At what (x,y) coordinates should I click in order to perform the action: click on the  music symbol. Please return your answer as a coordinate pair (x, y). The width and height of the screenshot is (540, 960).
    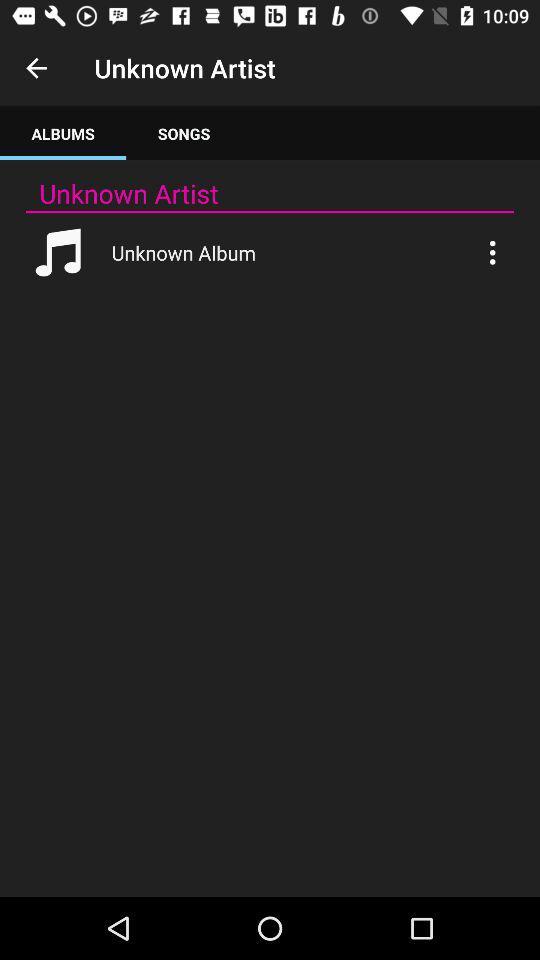
    Looking at the image, I should click on (59, 251).